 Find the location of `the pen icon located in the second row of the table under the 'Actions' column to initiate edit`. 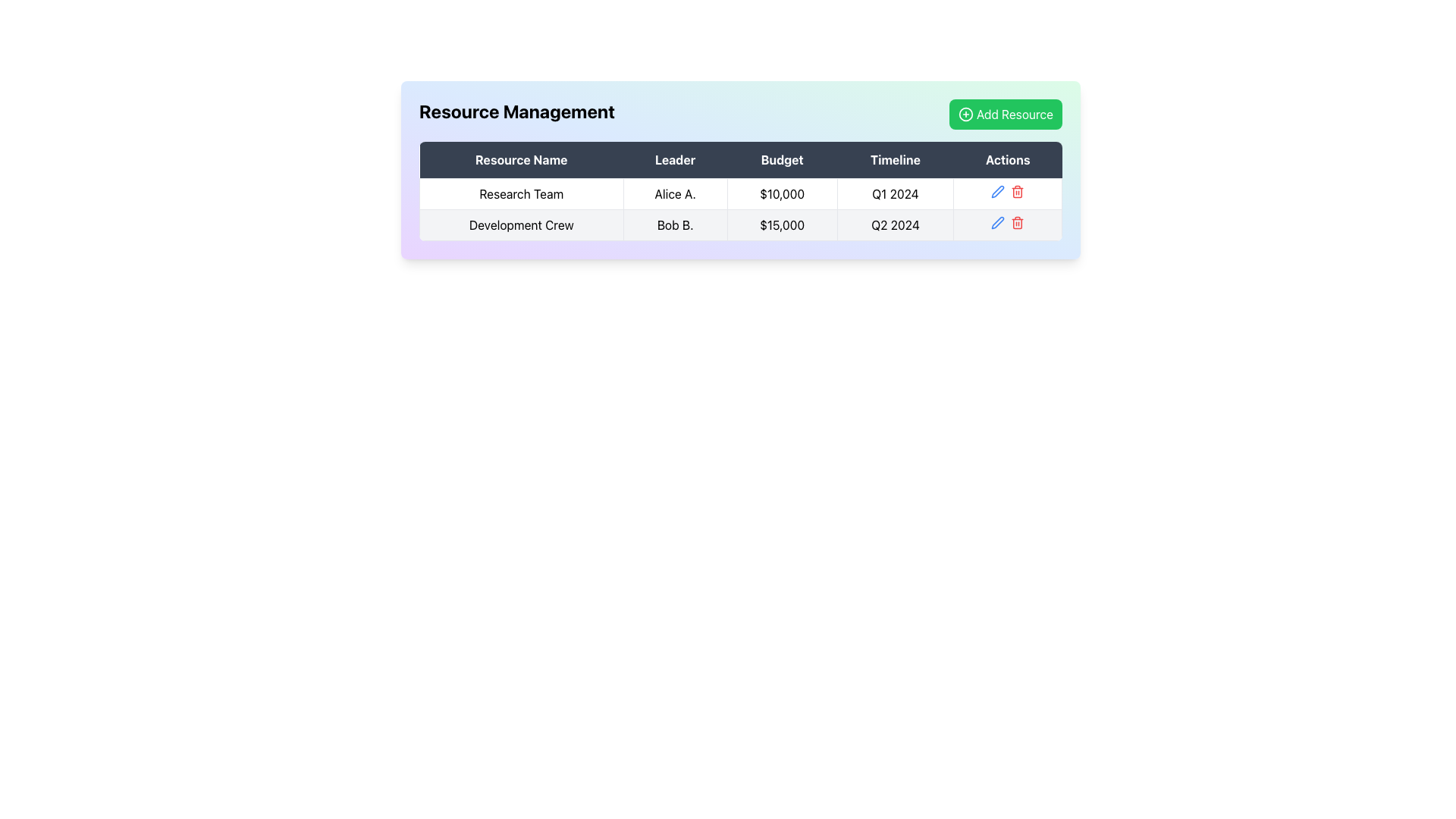

the pen icon located in the second row of the table under the 'Actions' column to initiate edit is located at coordinates (997, 222).